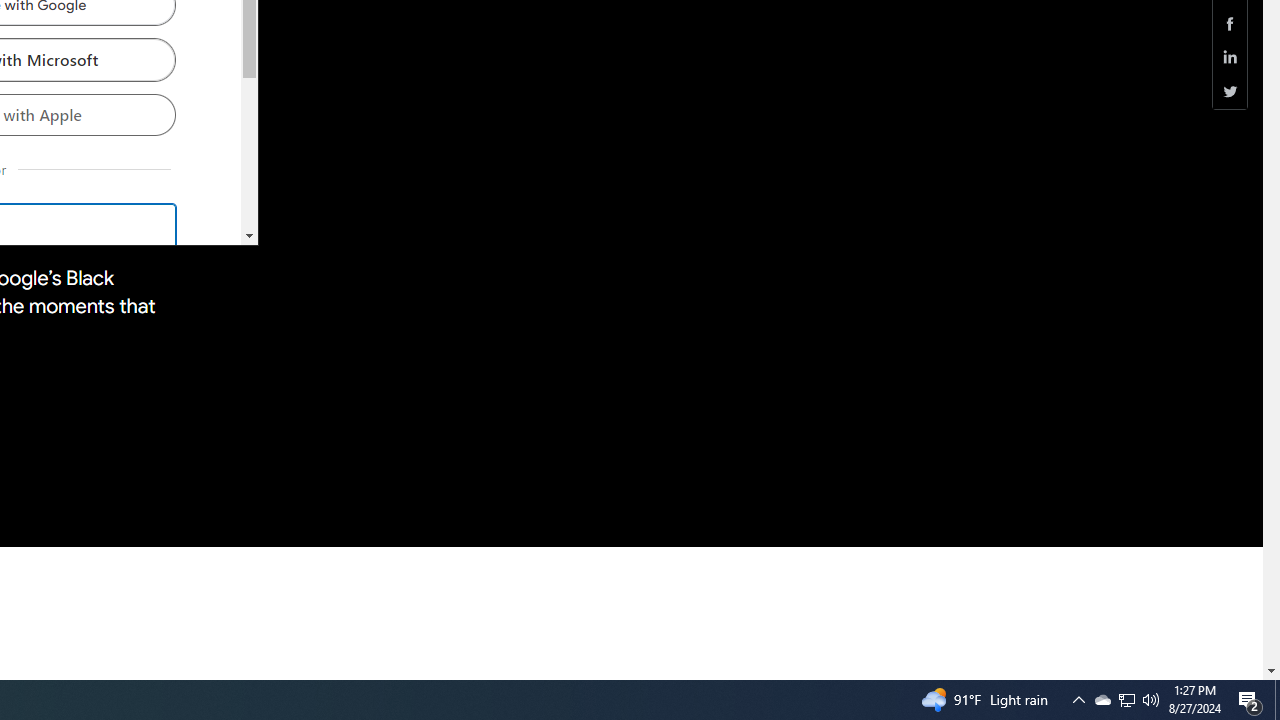  Describe the element at coordinates (1101, 698) in the screenshot. I see `'User Promoted Notification Area'` at that location.